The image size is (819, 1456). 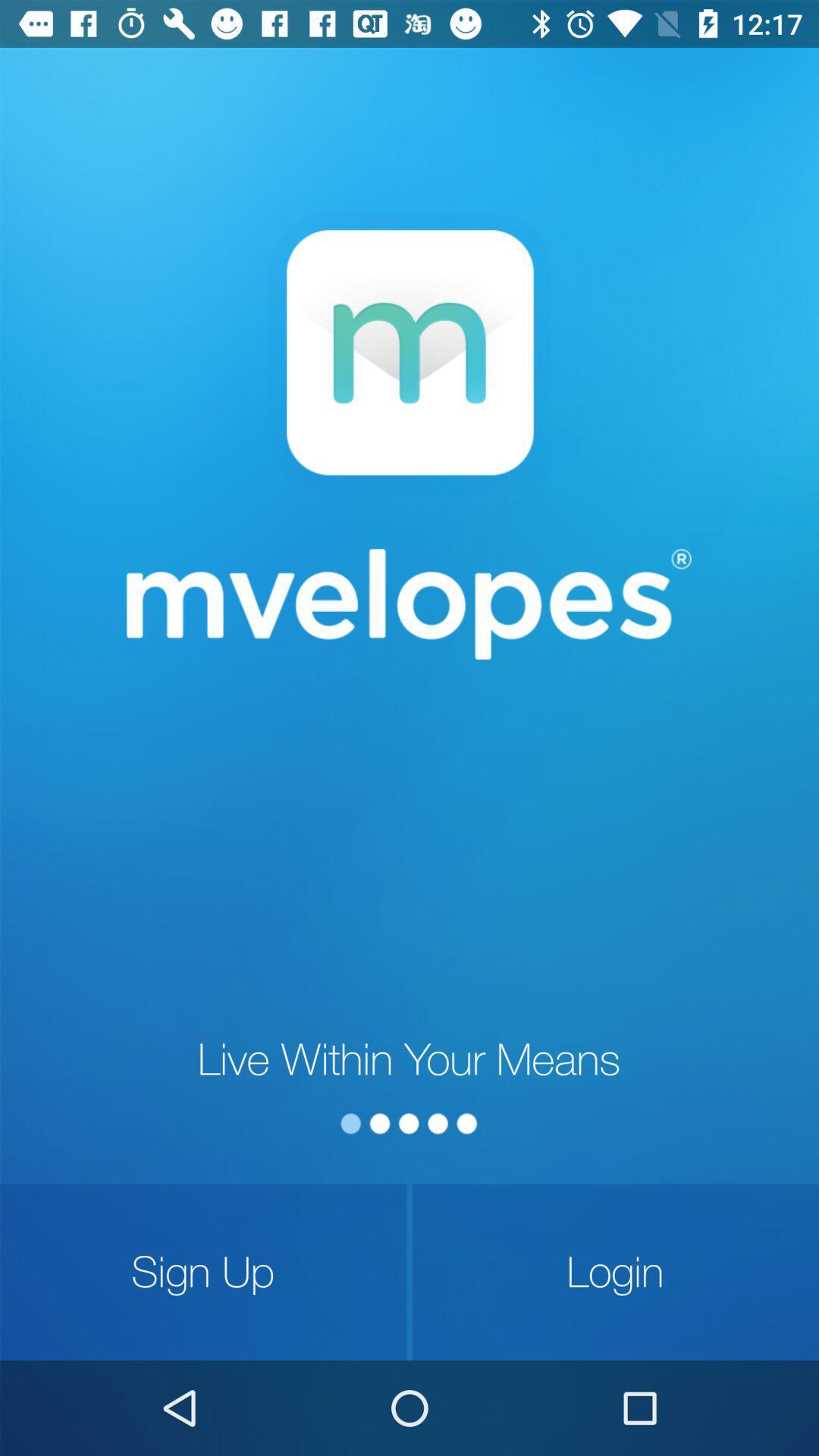 I want to click on item next to sign up, so click(x=615, y=1272).